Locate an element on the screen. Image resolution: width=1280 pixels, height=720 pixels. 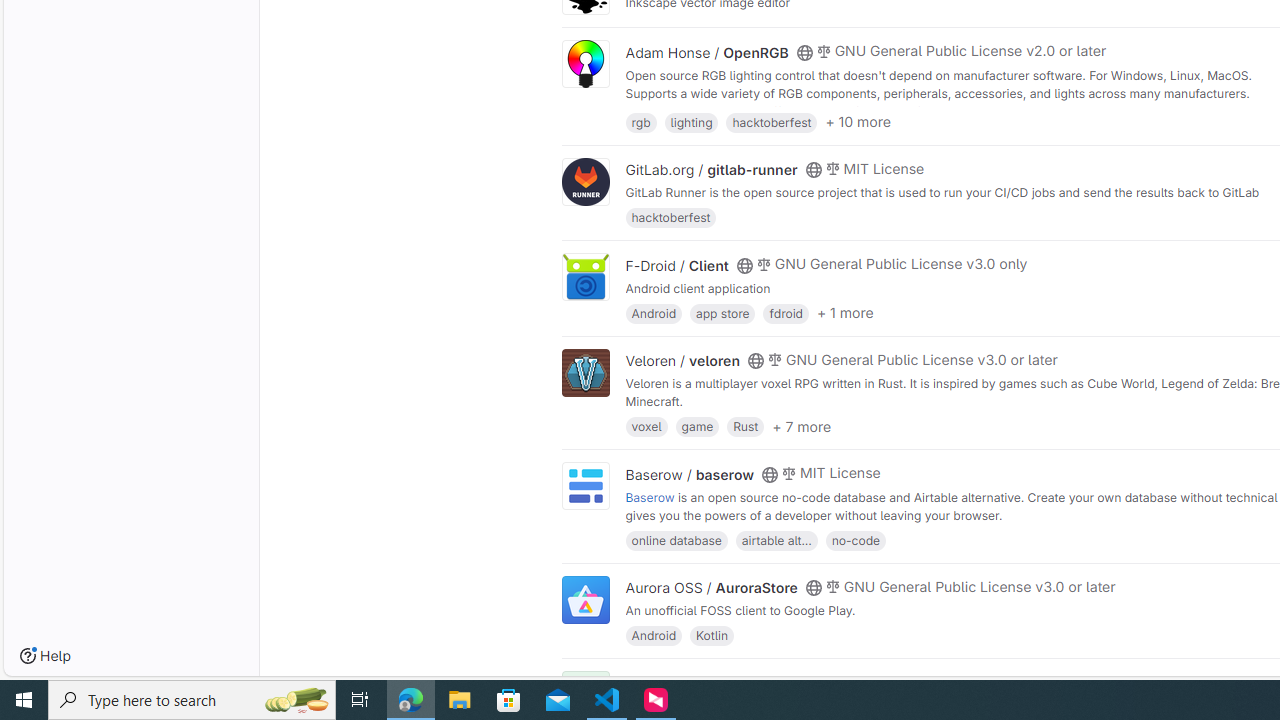
'Baserow / baserow' is located at coordinates (689, 474).